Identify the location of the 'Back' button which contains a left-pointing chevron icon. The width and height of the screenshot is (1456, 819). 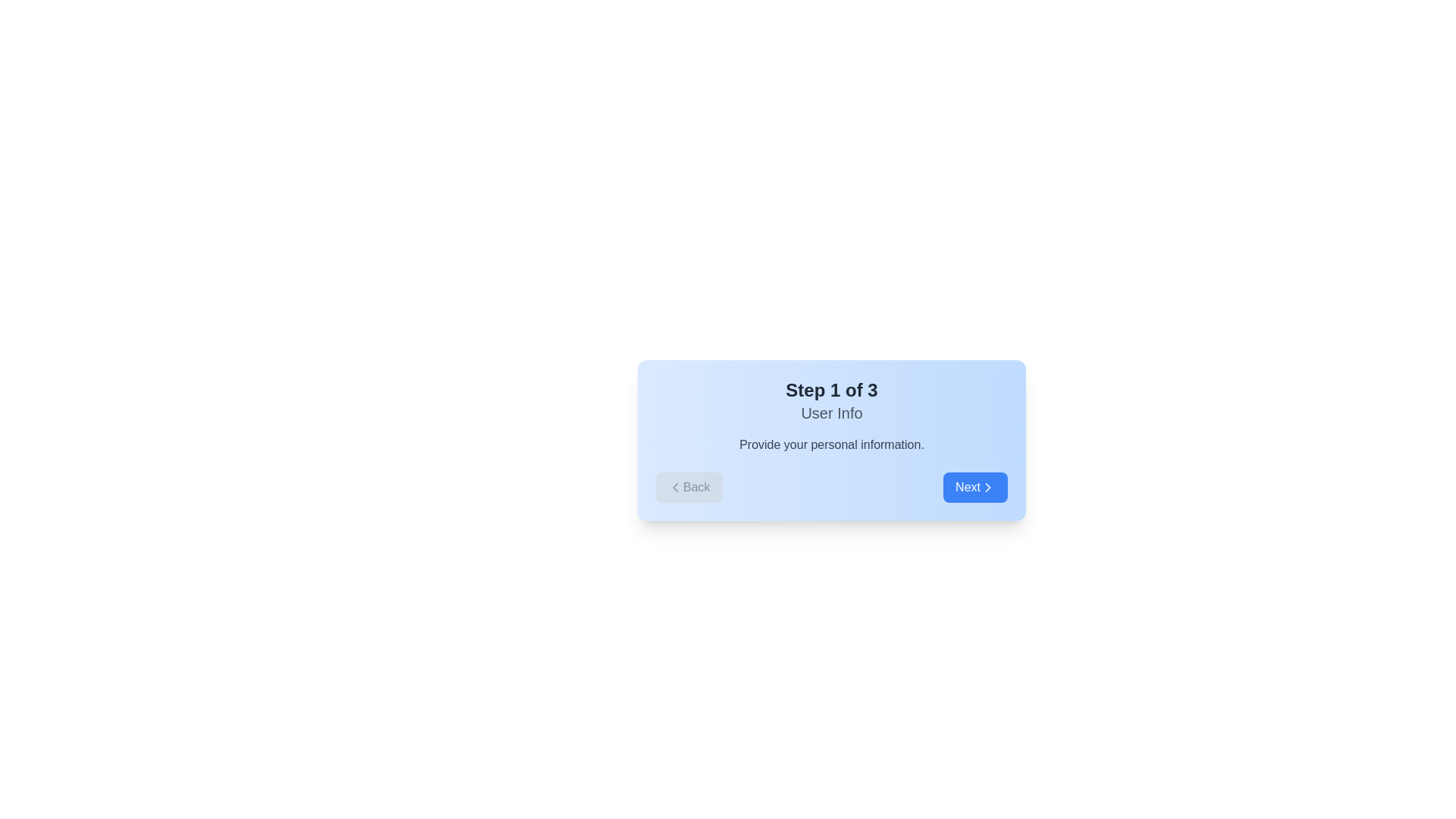
(675, 488).